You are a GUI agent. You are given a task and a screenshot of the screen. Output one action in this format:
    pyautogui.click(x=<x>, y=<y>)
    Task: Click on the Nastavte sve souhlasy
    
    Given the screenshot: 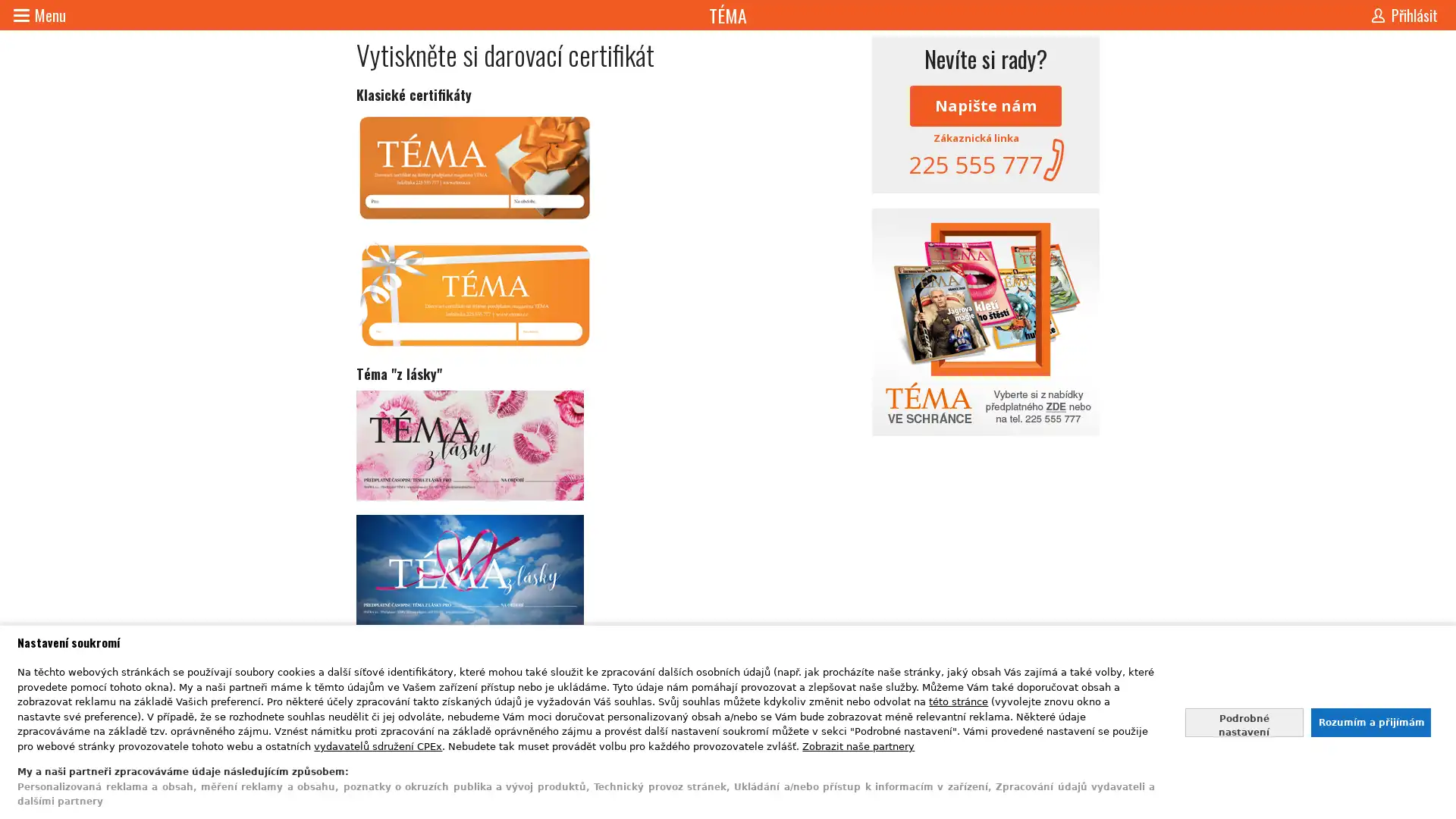 What is the action you would take?
    pyautogui.click(x=1244, y=721)
    